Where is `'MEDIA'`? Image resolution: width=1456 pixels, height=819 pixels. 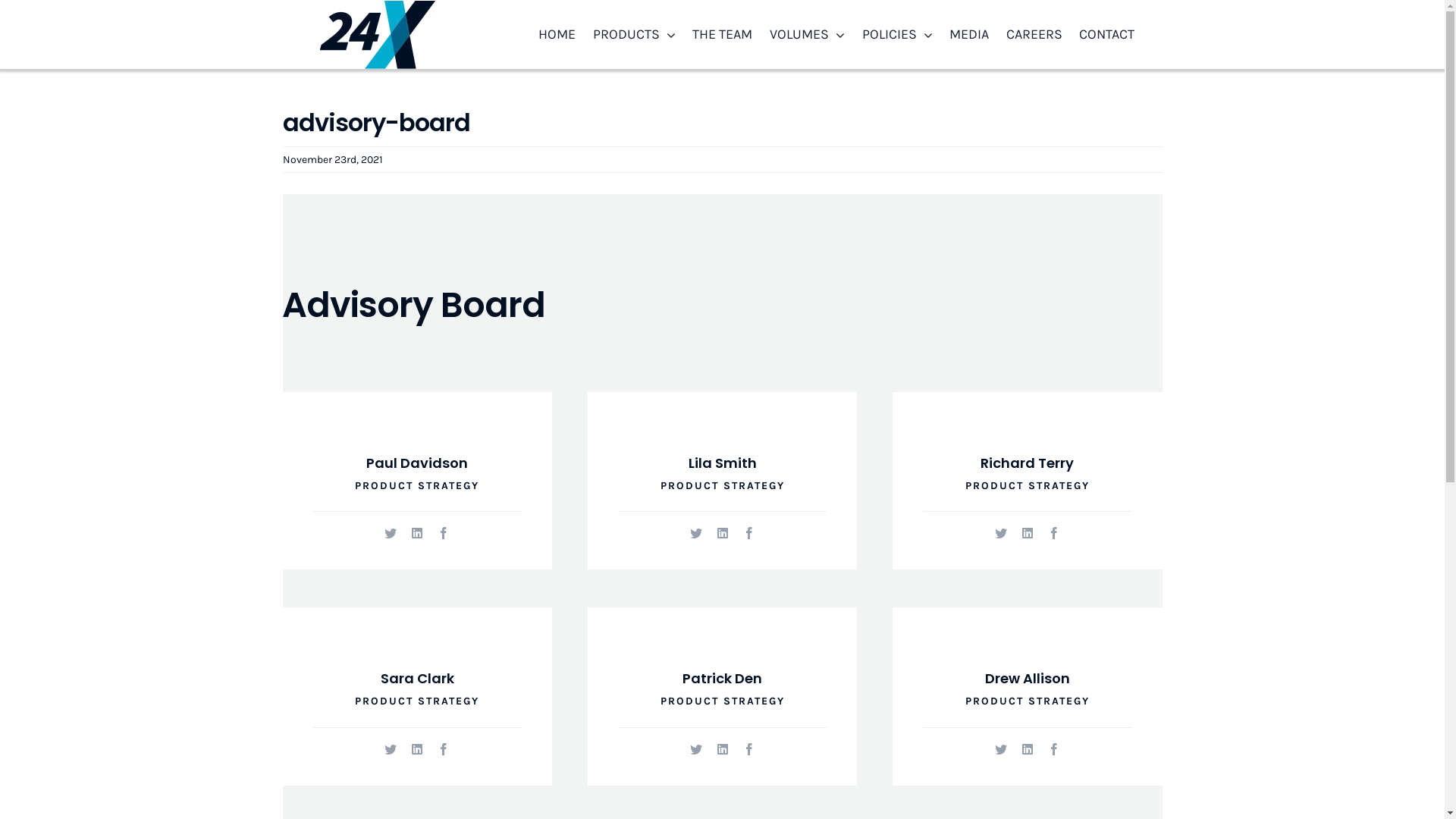
'MEDIA' is located at coordinates (968, 34).